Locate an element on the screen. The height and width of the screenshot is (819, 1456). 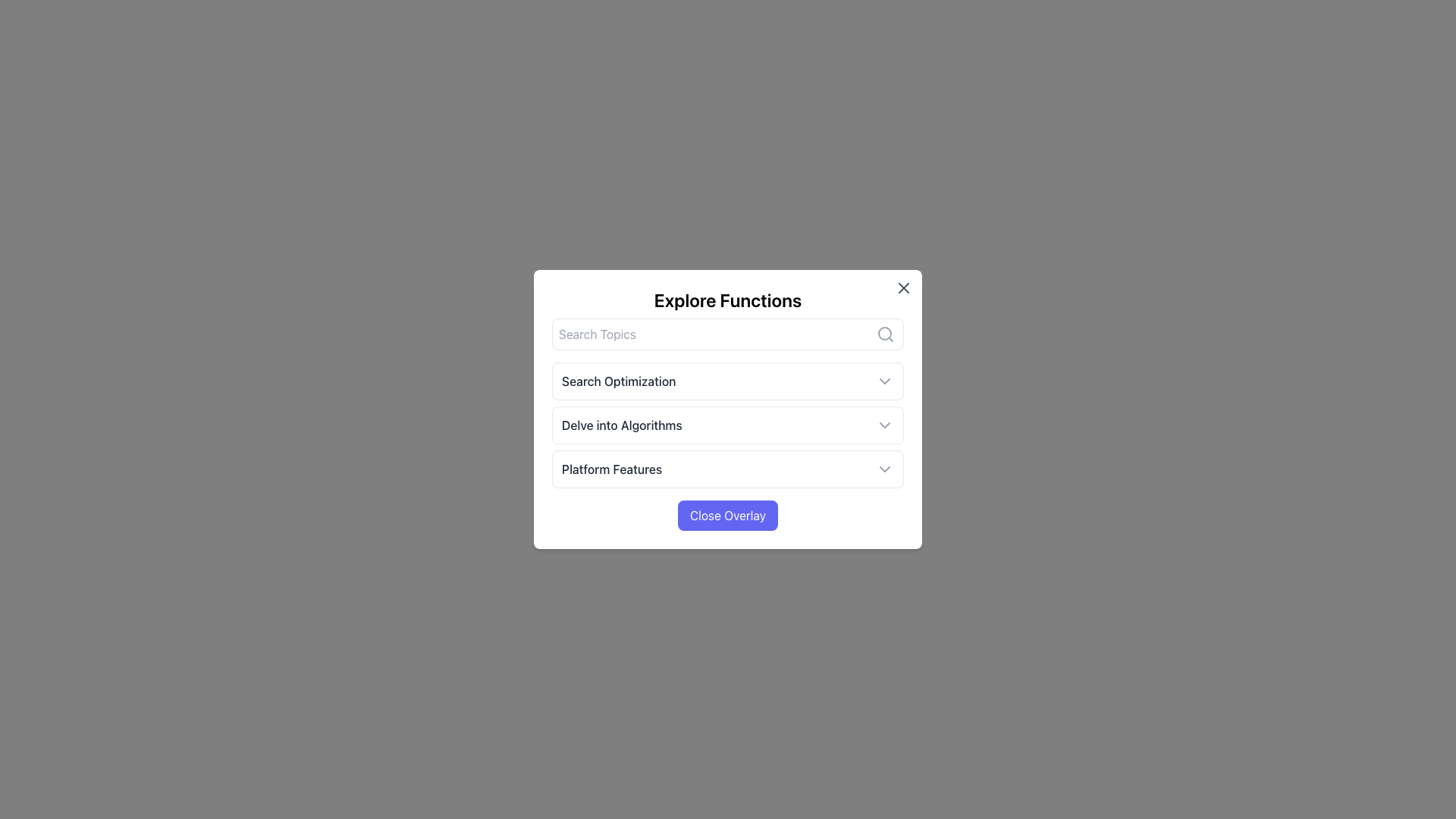
the circular graphical element representing the lens of the magnifying glass in the top-right corner of the overlay box is located at coordinates (884, 332).